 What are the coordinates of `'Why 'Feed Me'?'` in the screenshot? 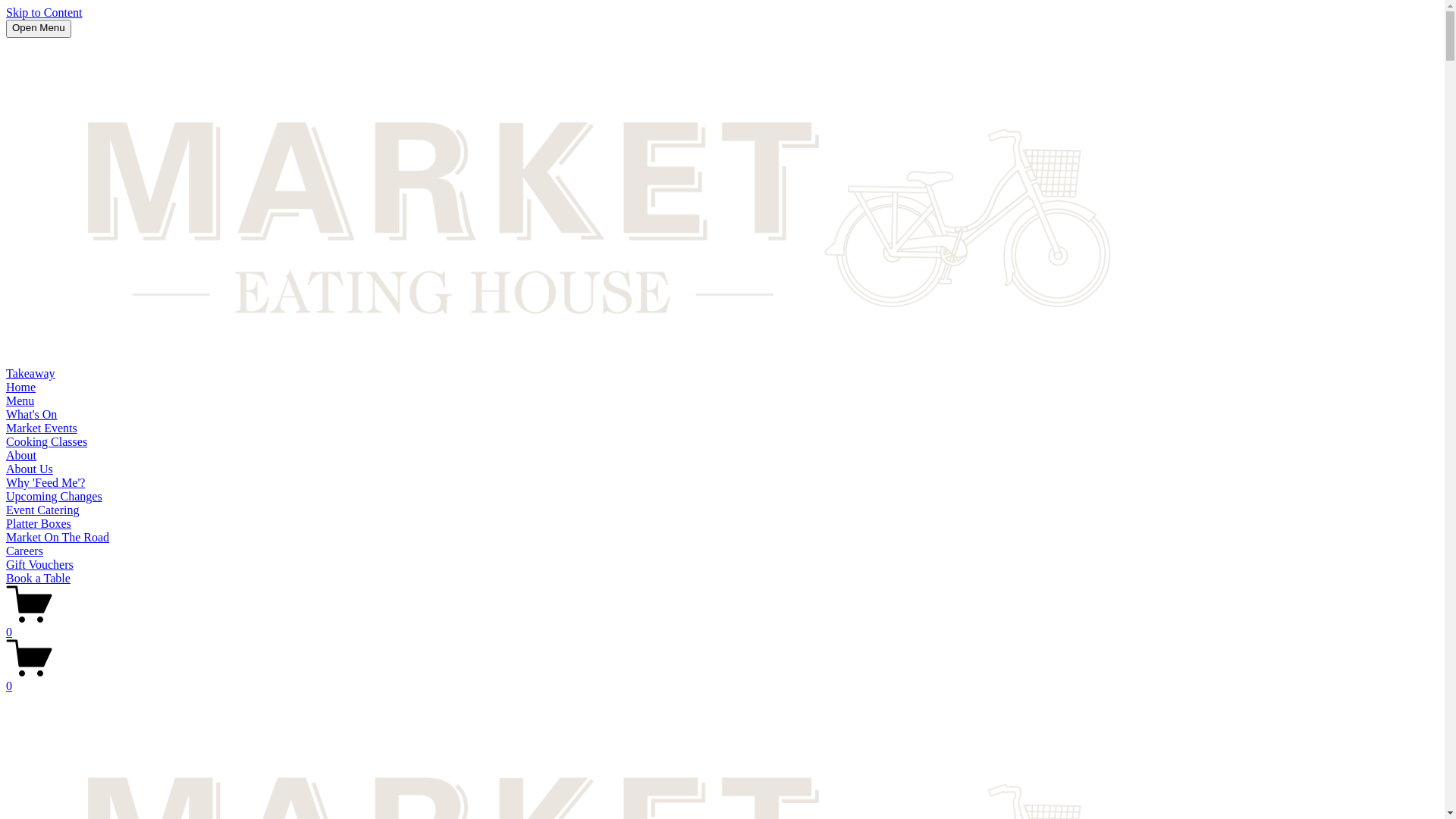 It's located at (45, 482).